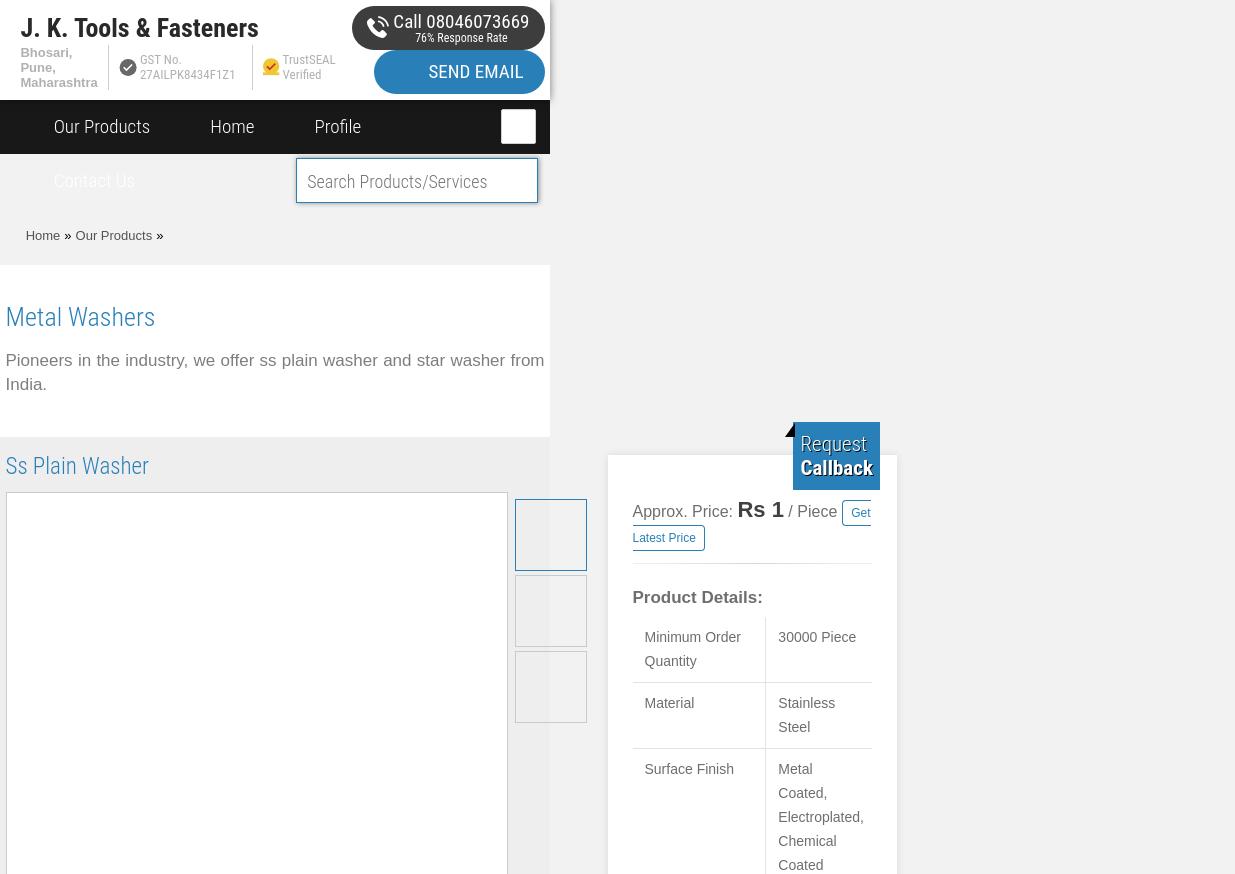 This screenshot has height=874, width=1235. What do you see at coordinates (19, 26) in the screenshot?
I see `'J. K. Tools & Fasteners'` at bounding box center [19, 26].